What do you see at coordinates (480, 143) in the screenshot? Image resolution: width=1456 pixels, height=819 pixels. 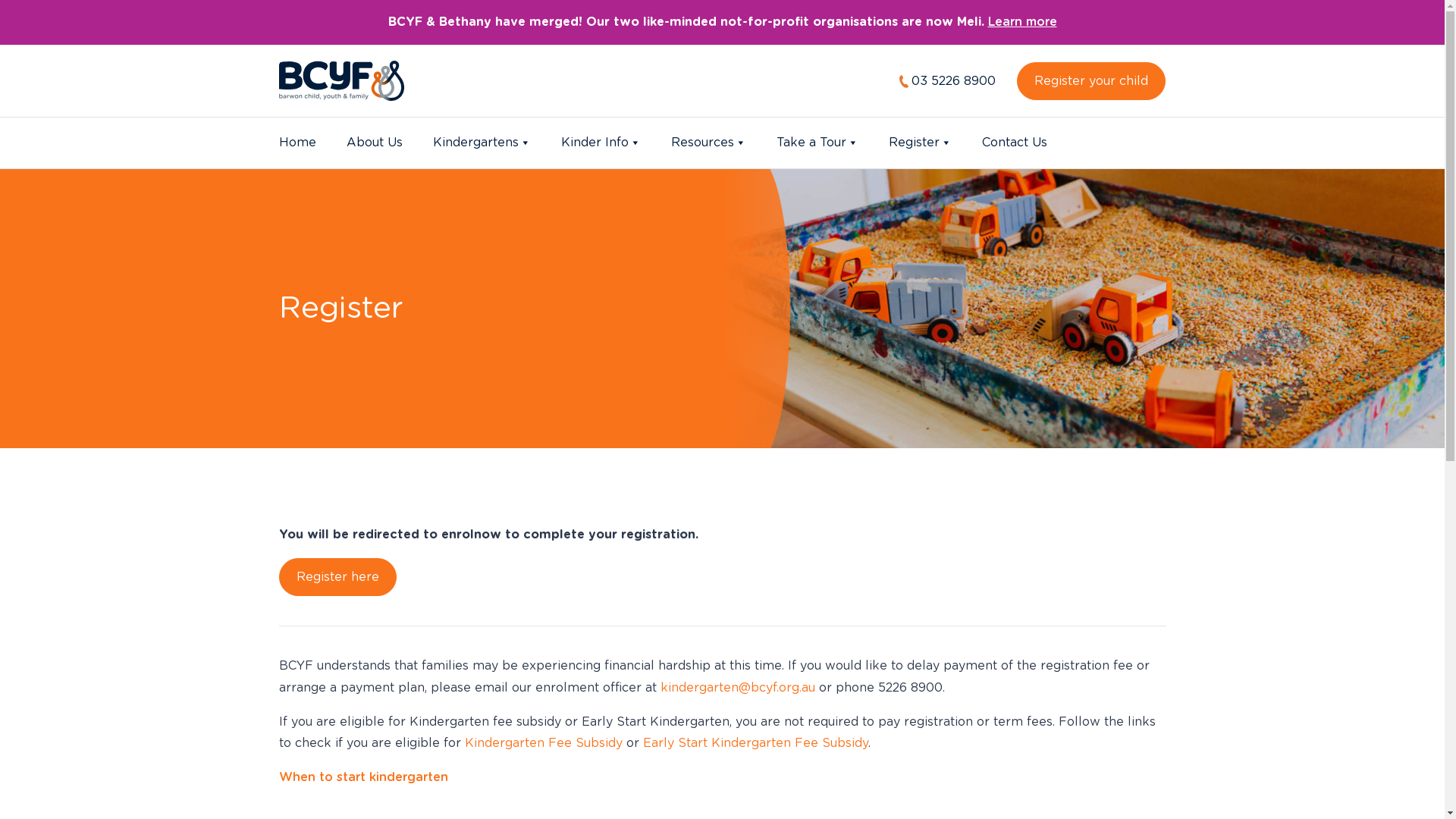 I see `'Kindergartens'` at bounding box center [480, 143].